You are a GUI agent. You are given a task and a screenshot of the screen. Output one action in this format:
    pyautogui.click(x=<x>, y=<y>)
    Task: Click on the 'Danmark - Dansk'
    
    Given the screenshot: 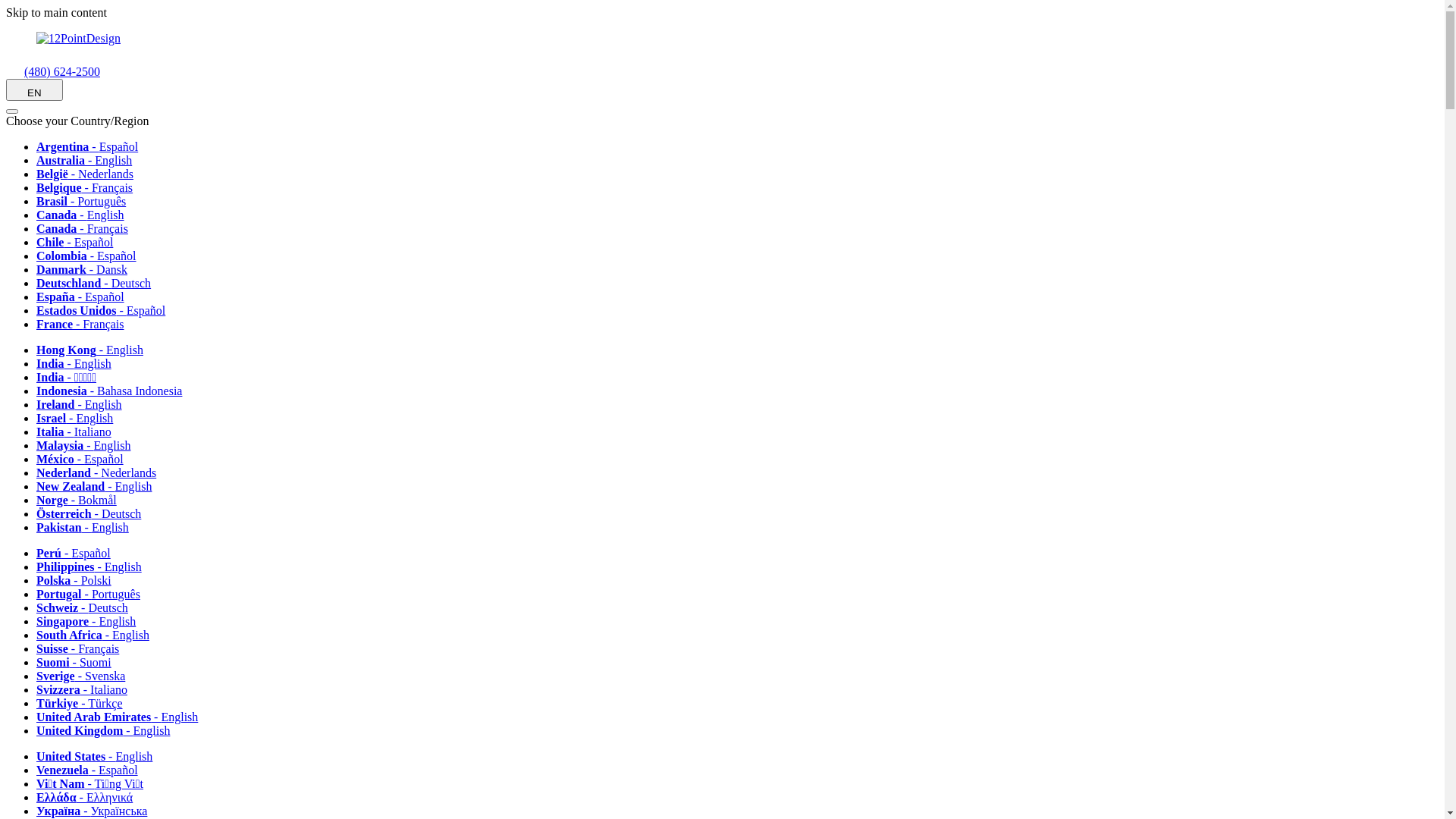 What is the action you would take?
    pyautogui.click(x=86, y=268)
    